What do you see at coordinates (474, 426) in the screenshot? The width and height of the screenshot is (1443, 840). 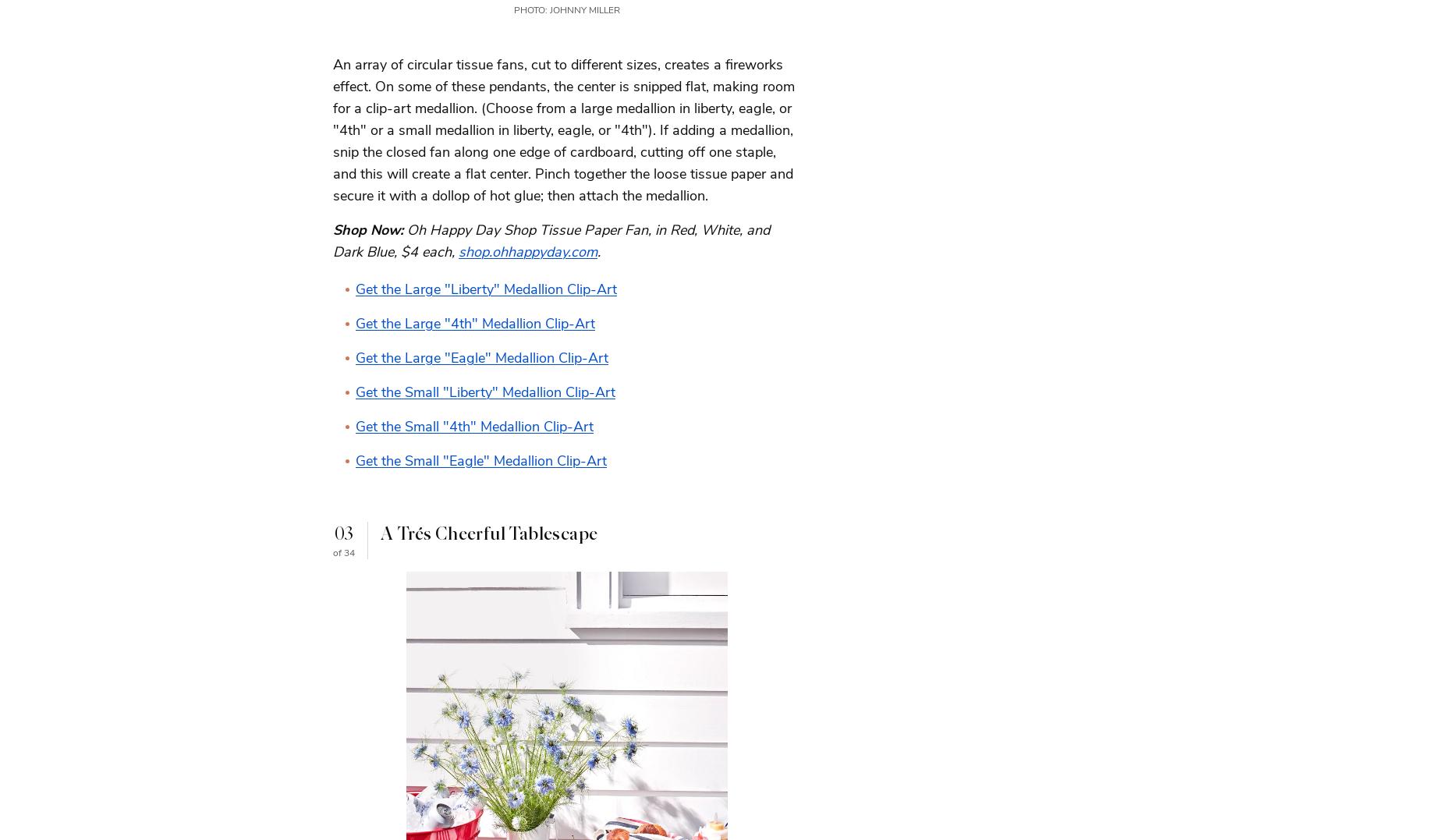 I see `'Get the Small "4th" Medallion Clip-Art'` at bounding box center [474, 426].